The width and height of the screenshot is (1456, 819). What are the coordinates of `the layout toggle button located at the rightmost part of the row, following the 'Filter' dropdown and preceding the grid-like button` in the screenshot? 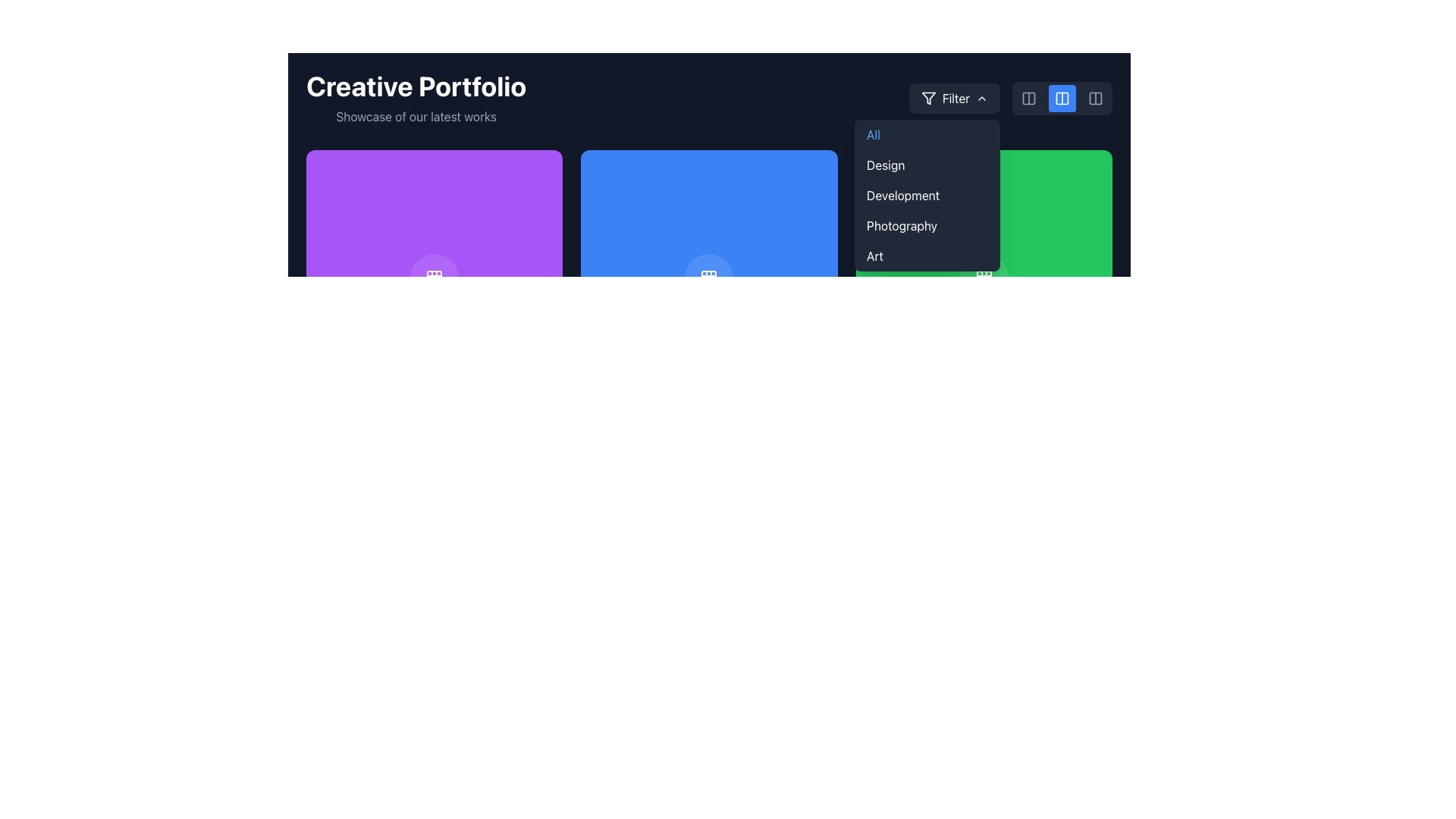 It's located at (1010, 99).